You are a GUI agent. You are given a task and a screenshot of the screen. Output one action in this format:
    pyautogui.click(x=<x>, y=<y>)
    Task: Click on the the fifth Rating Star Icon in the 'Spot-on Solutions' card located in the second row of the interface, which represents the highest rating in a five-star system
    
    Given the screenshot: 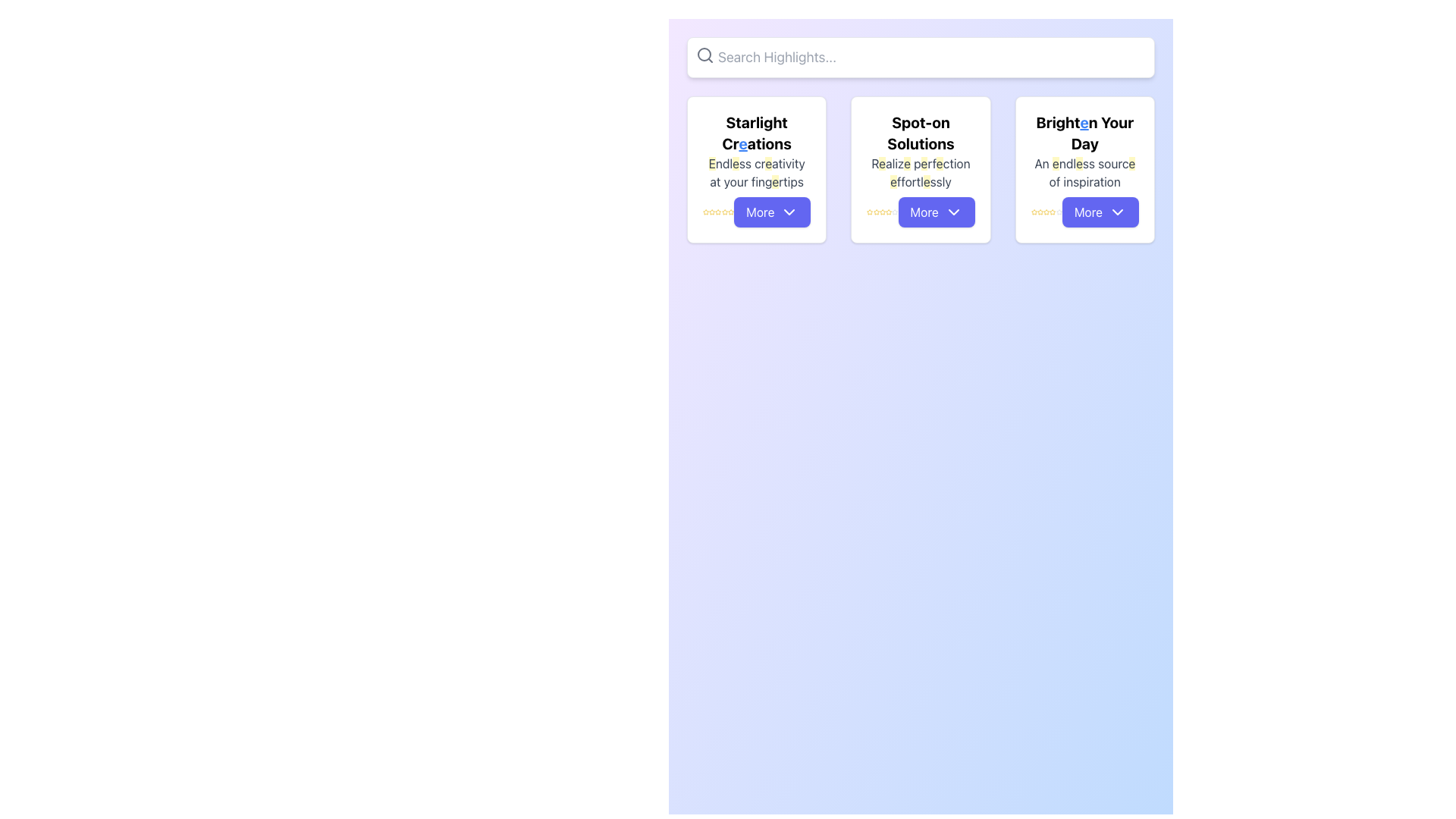 What is the action you would take?
    pyautogui.click(x=895, y=212)
    